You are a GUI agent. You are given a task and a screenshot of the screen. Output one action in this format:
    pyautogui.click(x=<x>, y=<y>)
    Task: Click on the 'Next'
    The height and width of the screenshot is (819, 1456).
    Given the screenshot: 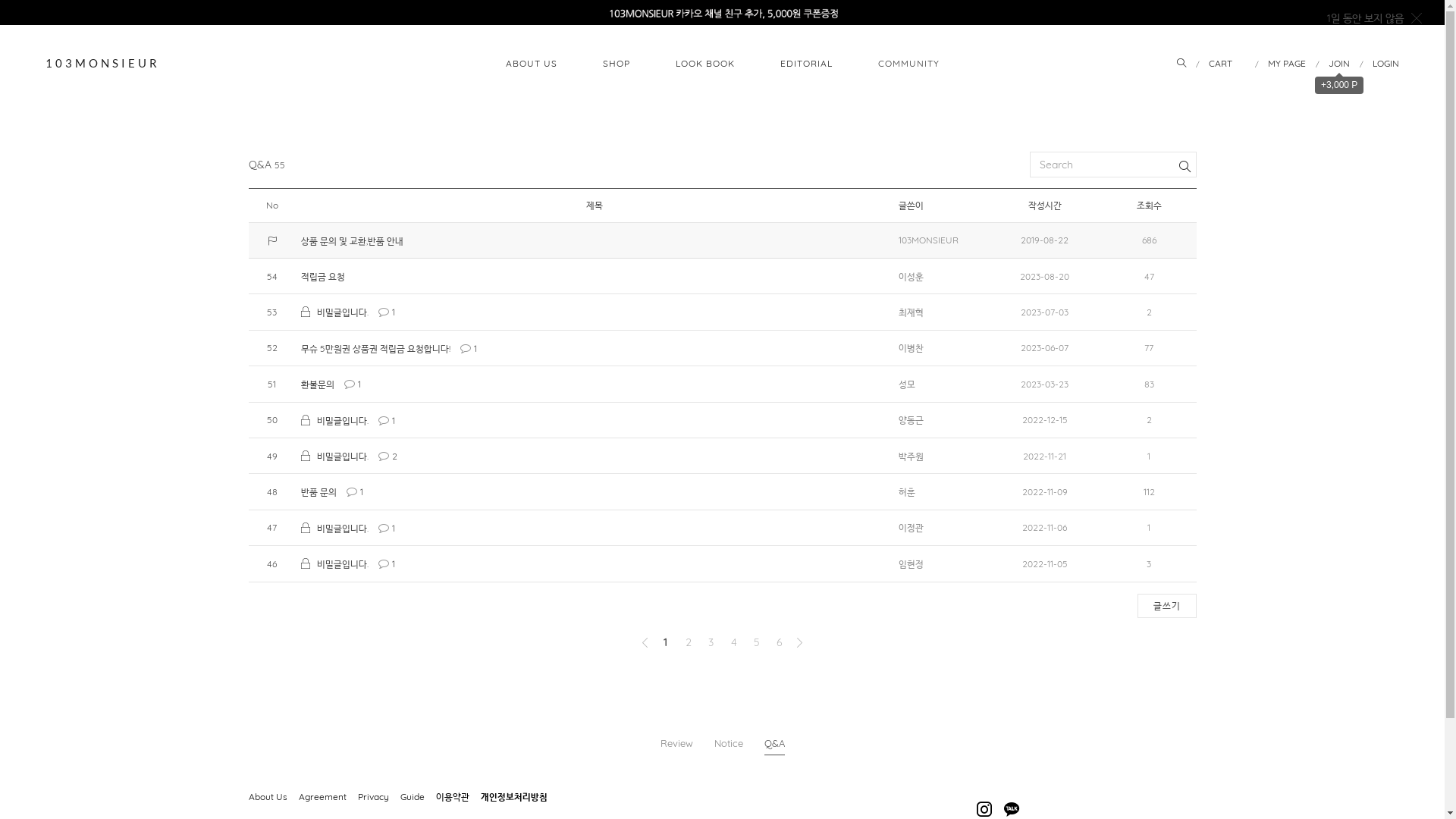 What is the action you would take?
    pyautogui.click(x=799, y=642)
    